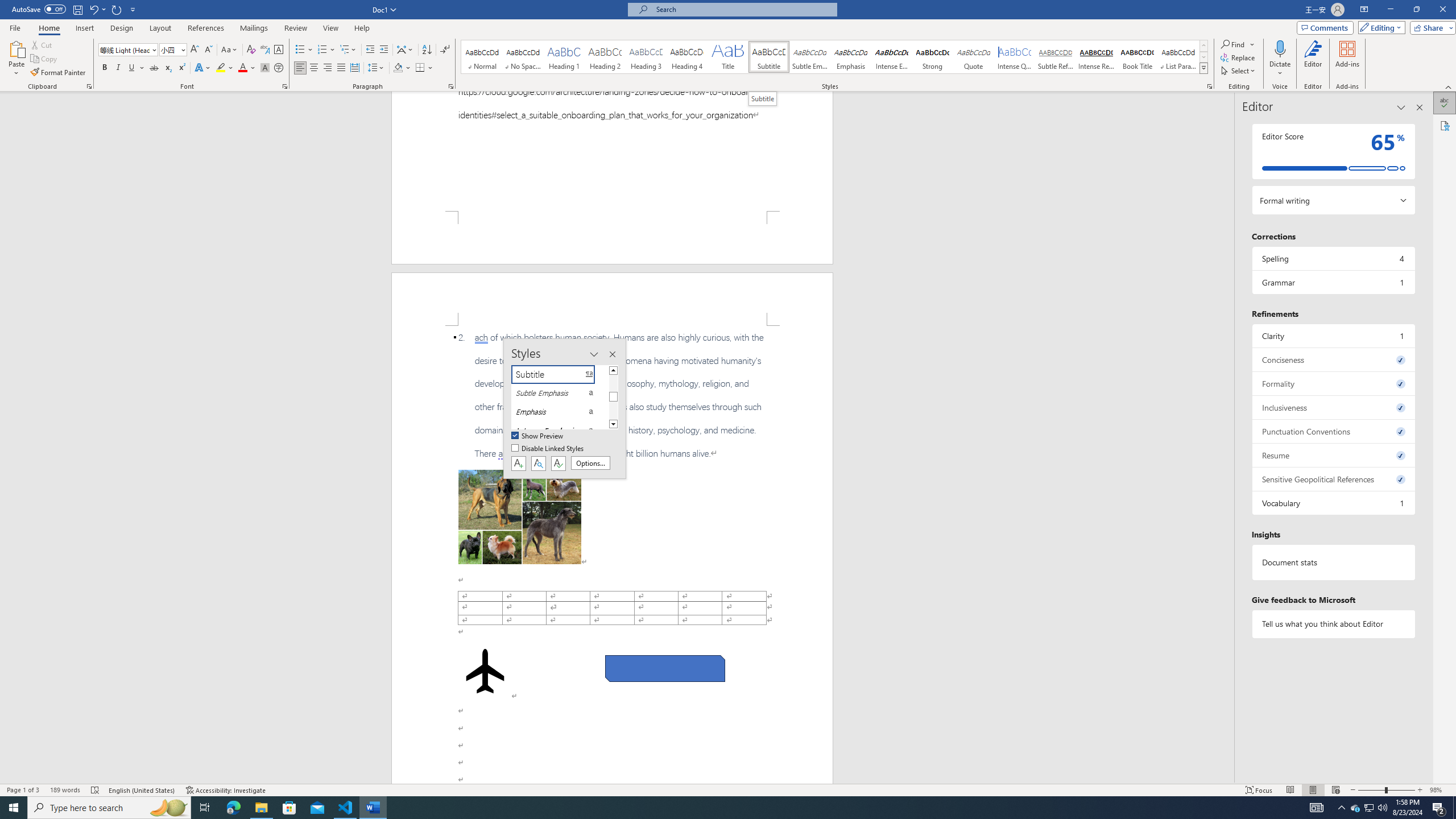 The image size is (1456, 819). Describe the element at coordinates (48, 28) in the screenshot. I see `'Home'` at that location.